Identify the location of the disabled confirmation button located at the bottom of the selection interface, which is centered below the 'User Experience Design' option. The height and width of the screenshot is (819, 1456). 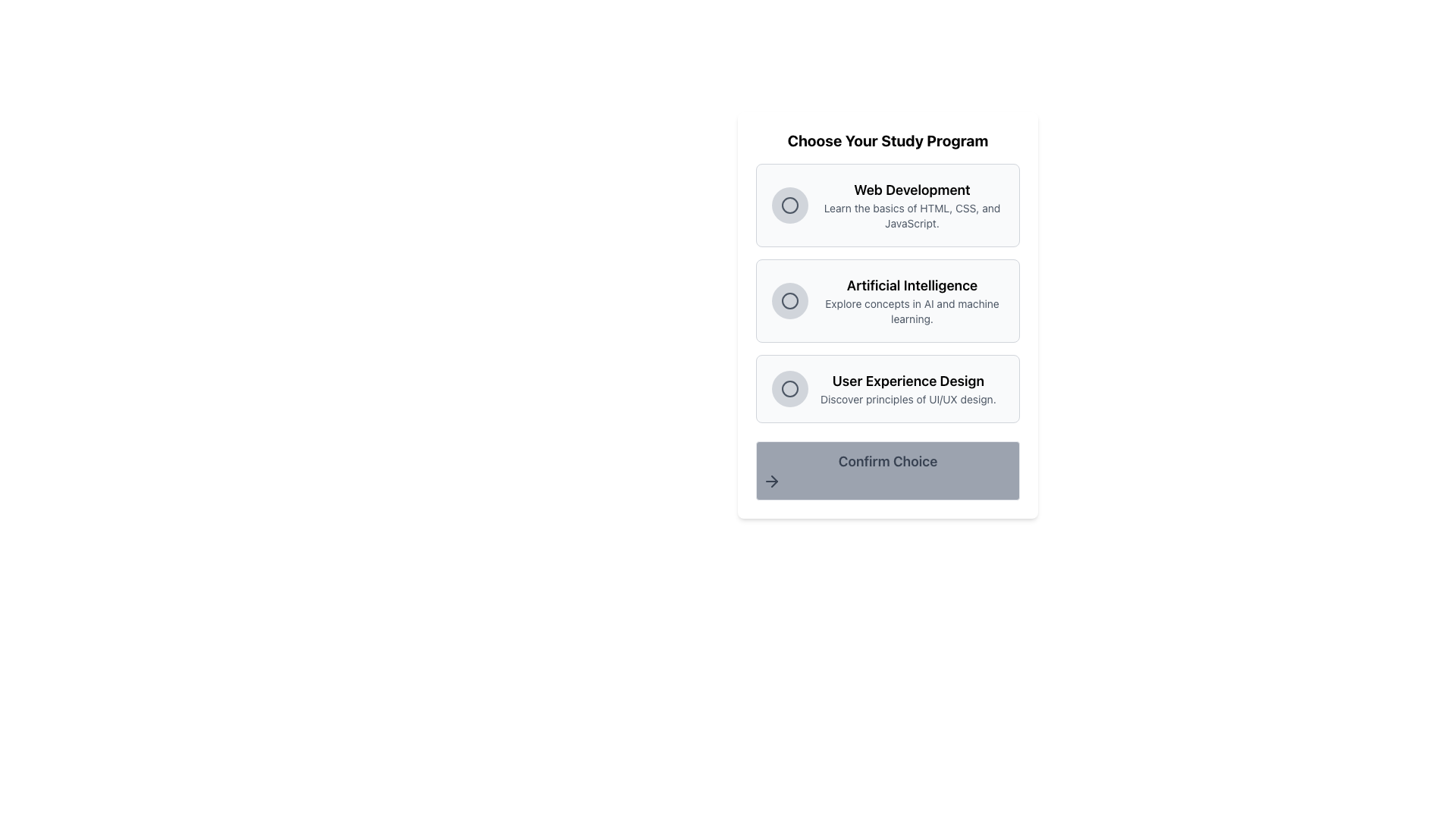
(888, 470).